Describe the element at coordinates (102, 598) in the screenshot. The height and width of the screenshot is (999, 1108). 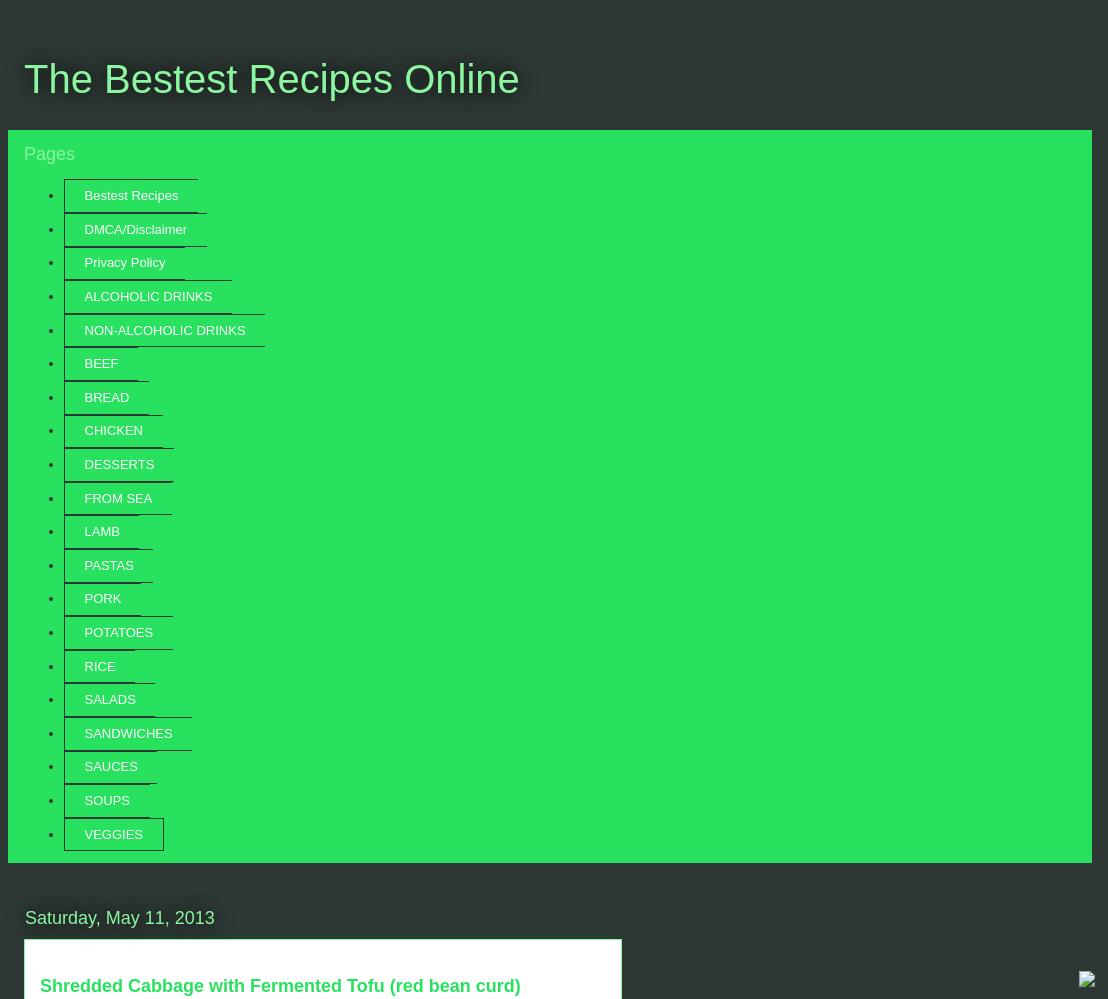
I see `'PORK'` at that location.